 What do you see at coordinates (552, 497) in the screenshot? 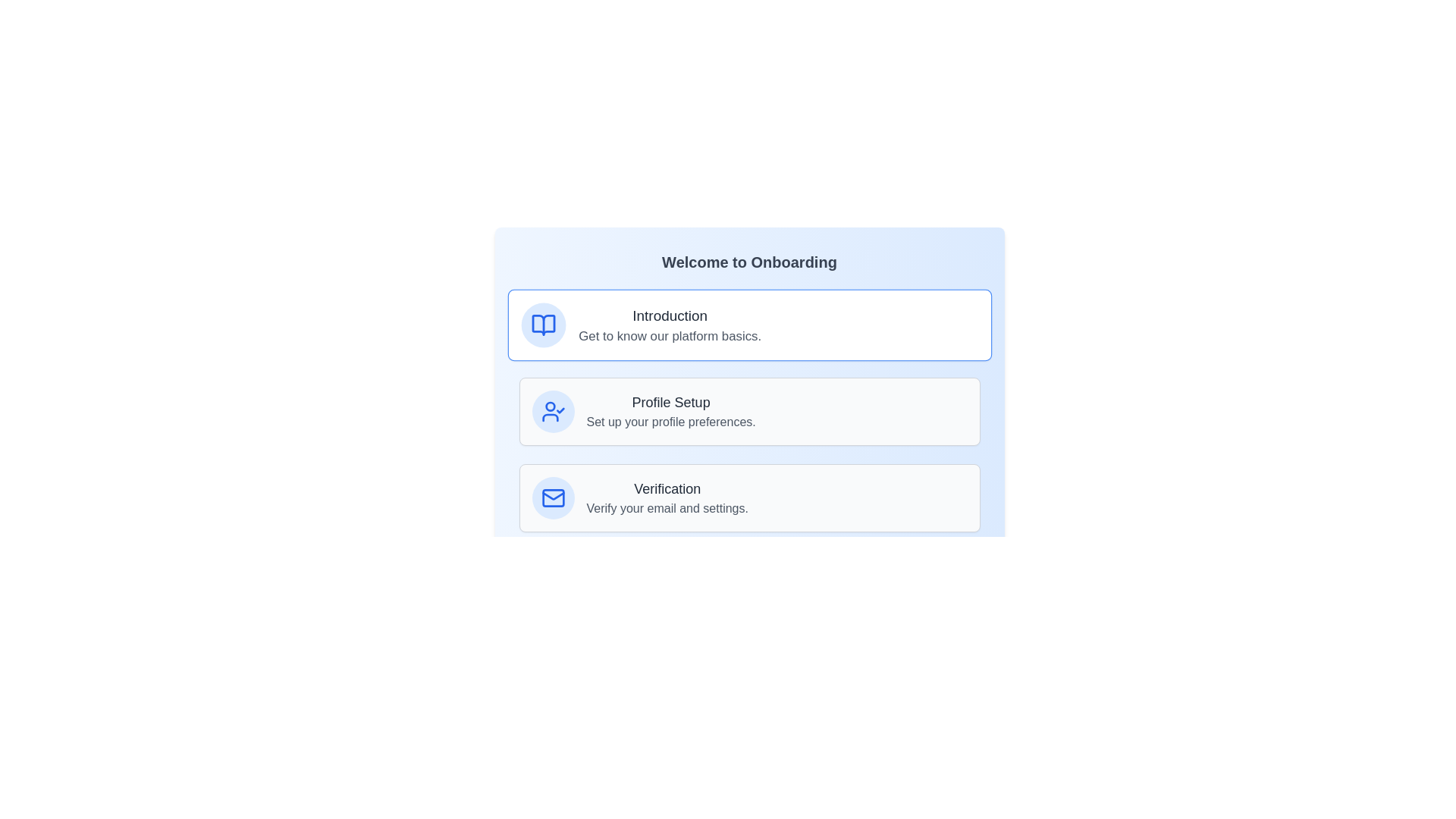
I see `the visual cue represented by the 'Verification' Icon located in the third row of the onboarding steps, positioned to the left of the text label 'Verification'` at bounding box center [552, 497].